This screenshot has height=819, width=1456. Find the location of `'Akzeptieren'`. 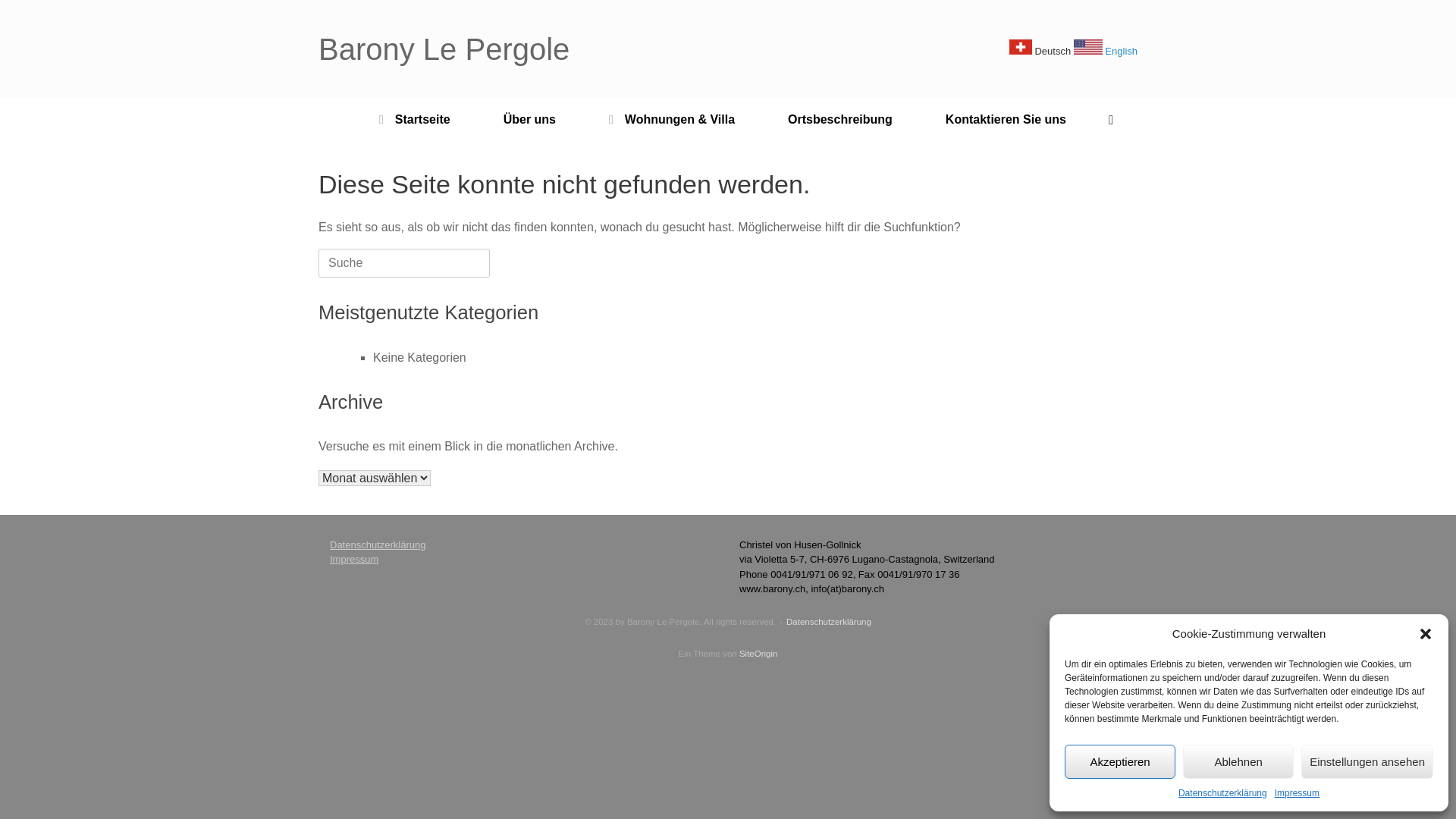

'Akzeptieren' is located at coordinates (1120, 761).